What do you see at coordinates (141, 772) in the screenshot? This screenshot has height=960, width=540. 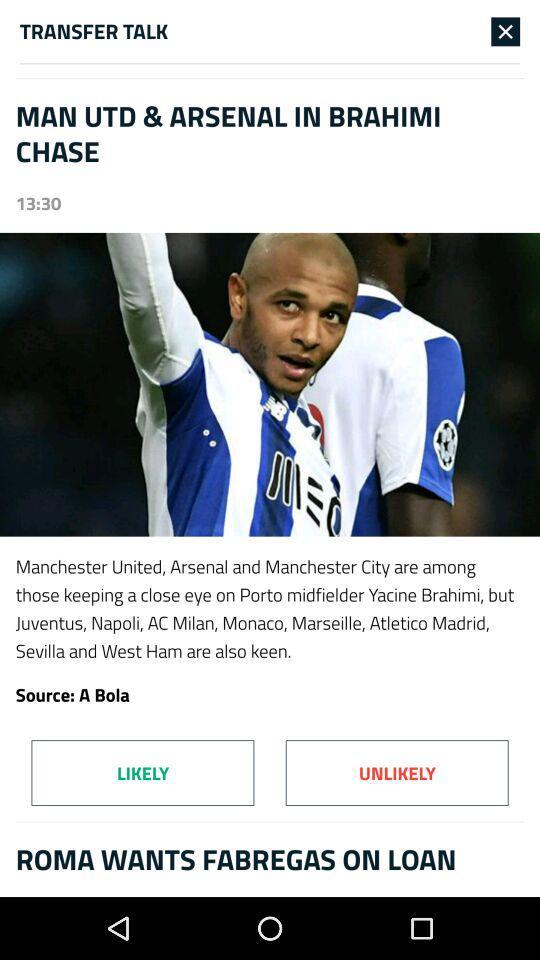 I see `icon below source: a bola icon` at bounding box center [141, 772].